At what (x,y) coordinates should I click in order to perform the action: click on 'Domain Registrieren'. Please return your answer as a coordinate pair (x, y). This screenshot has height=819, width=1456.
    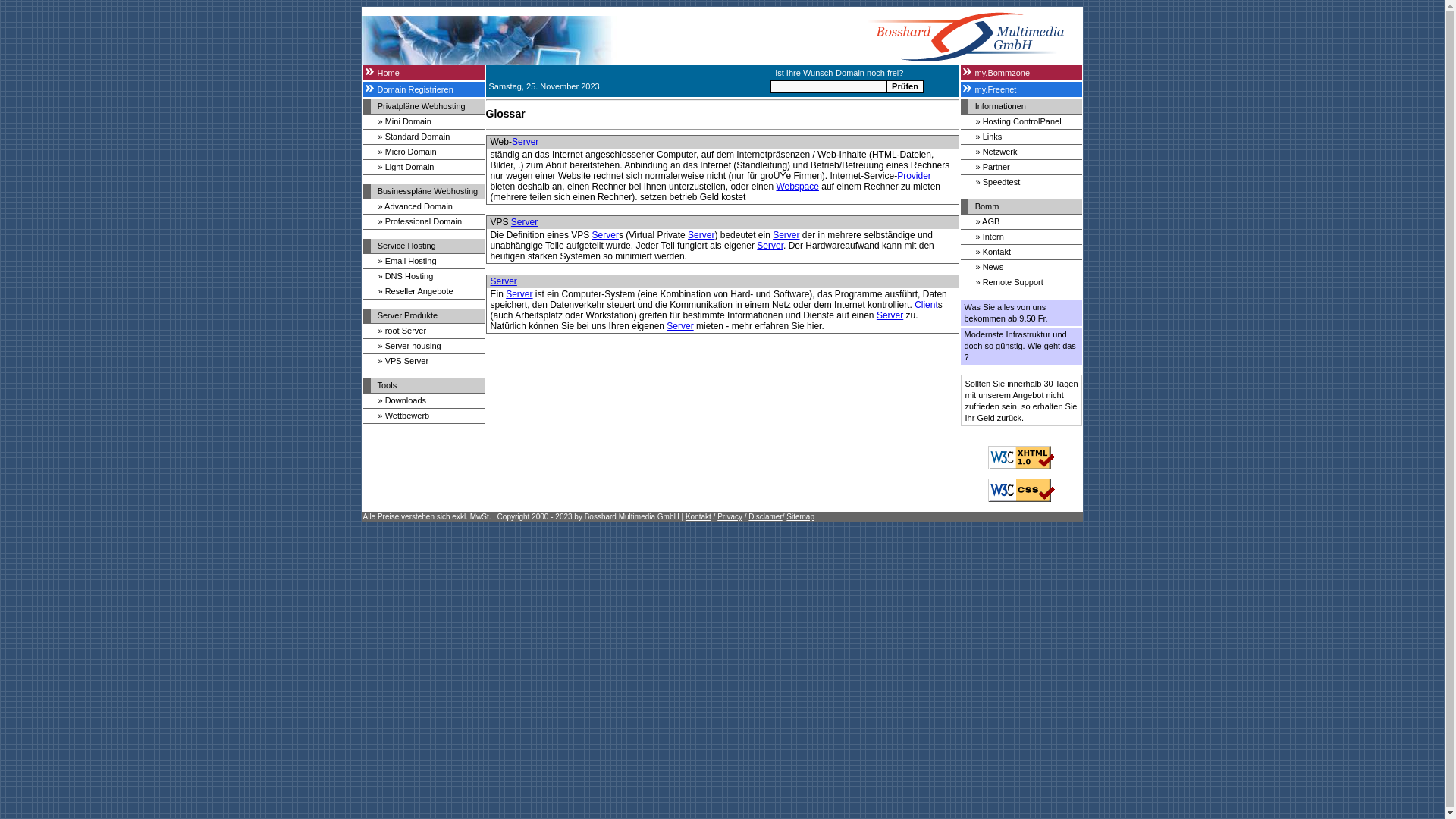
    Looking at the image, I should click on (362, 89).